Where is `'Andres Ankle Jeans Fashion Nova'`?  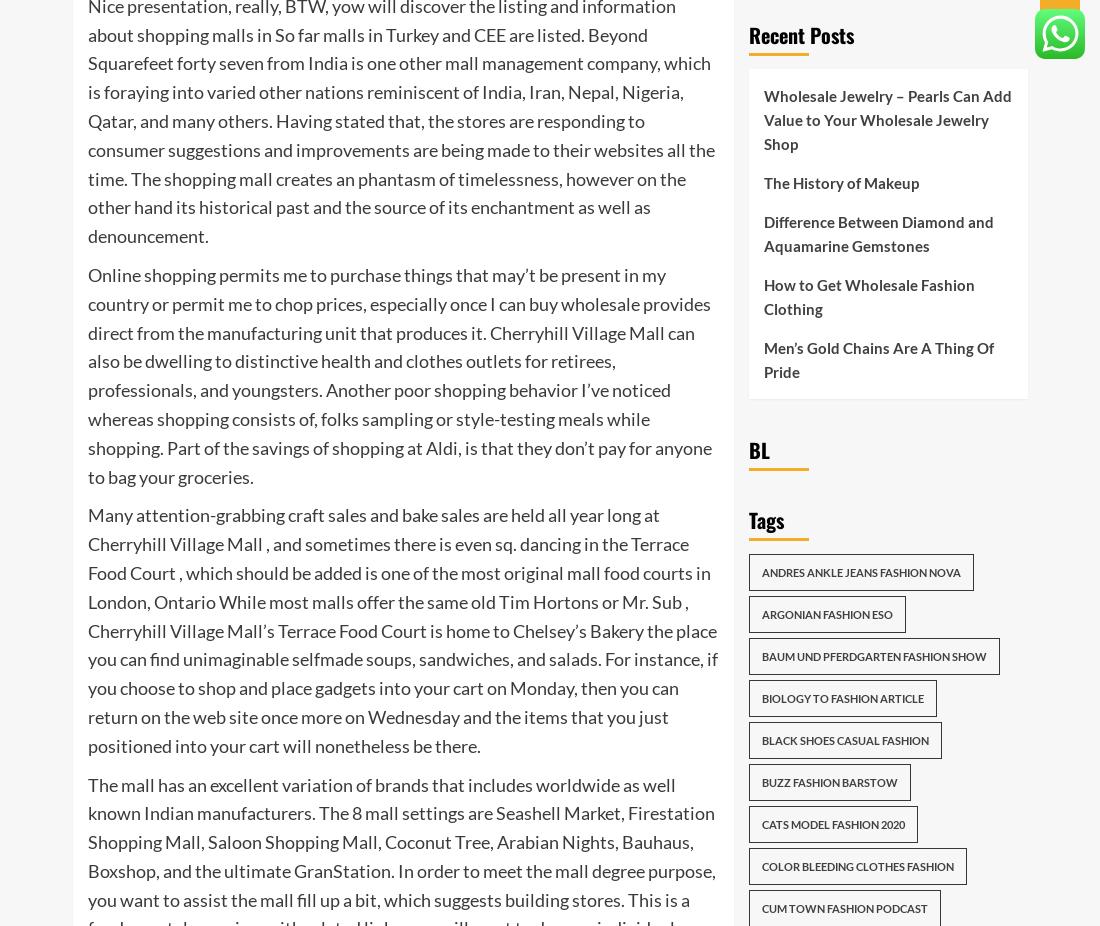 'Andres Ankle Jeans Fashion Nova' is located at coordinates (859, 571).